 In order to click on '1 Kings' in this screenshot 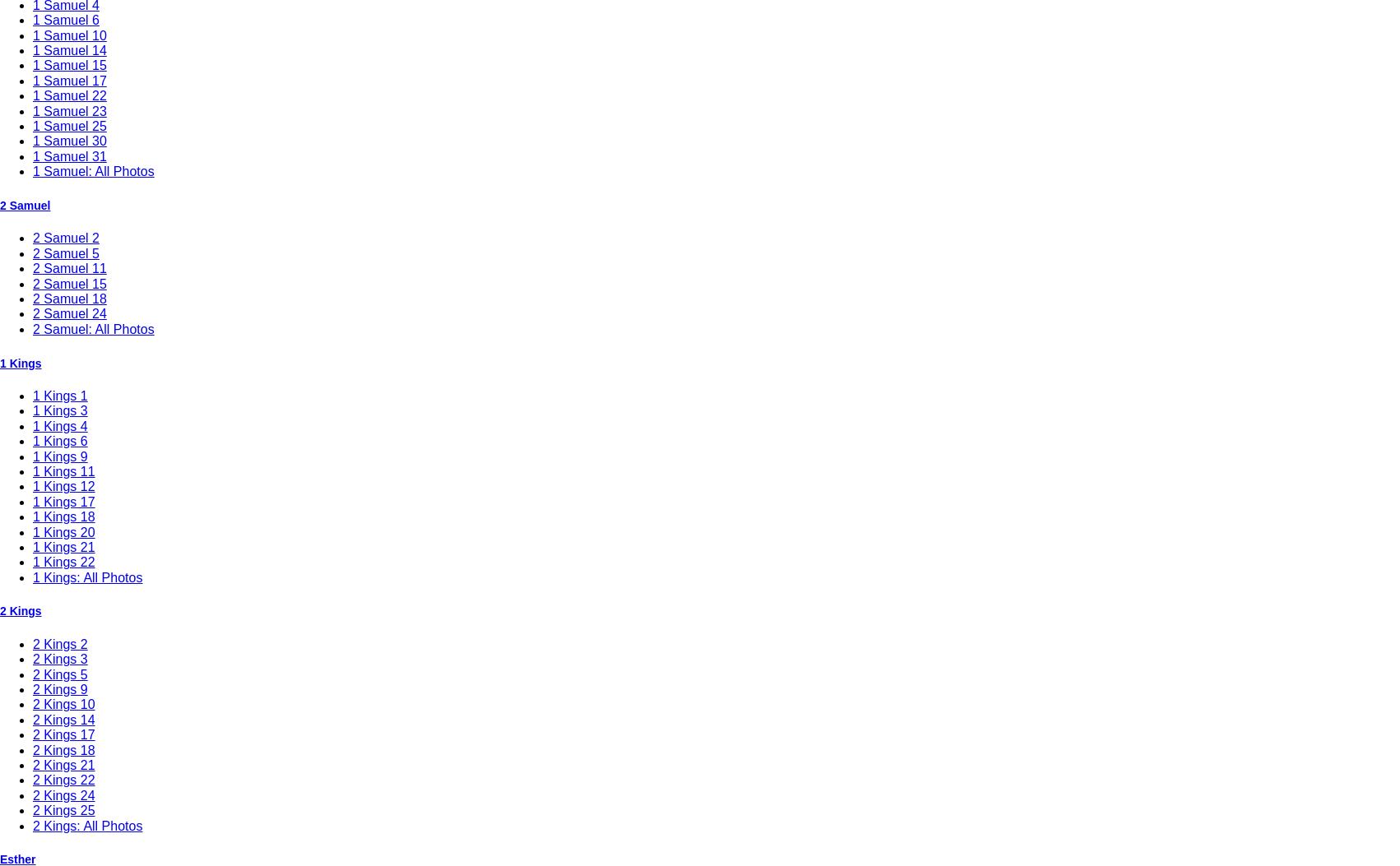, I will do `click(21, 361)`.